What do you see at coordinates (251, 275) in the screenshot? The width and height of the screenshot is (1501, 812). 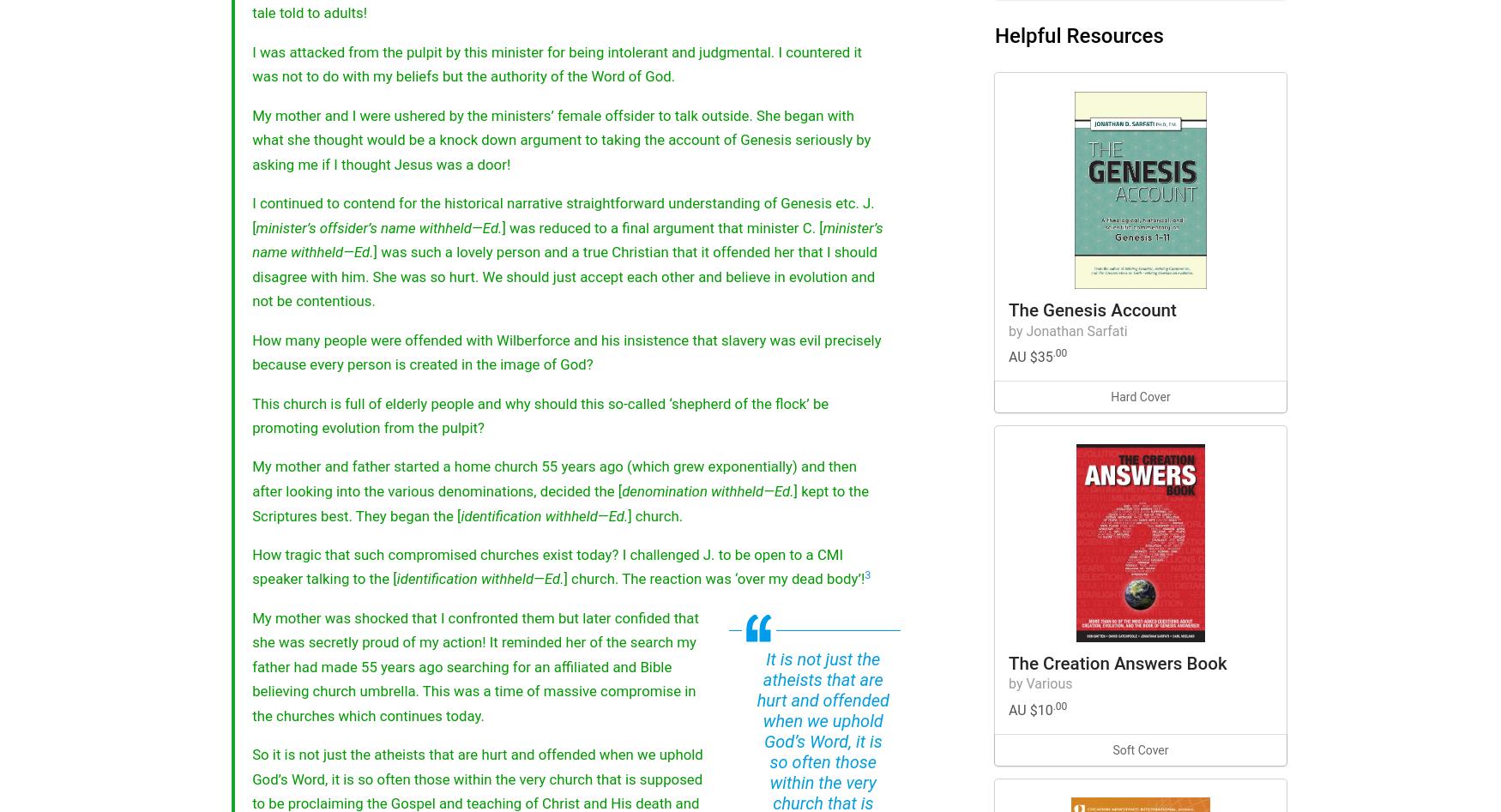 I see `']
was such a lovely person and a true Christian that it offended her that I should
disagree with him. She was so hurt. We should just accept each other and believe
in evolution and not be contentious.'` at bounding box center [251, 275].